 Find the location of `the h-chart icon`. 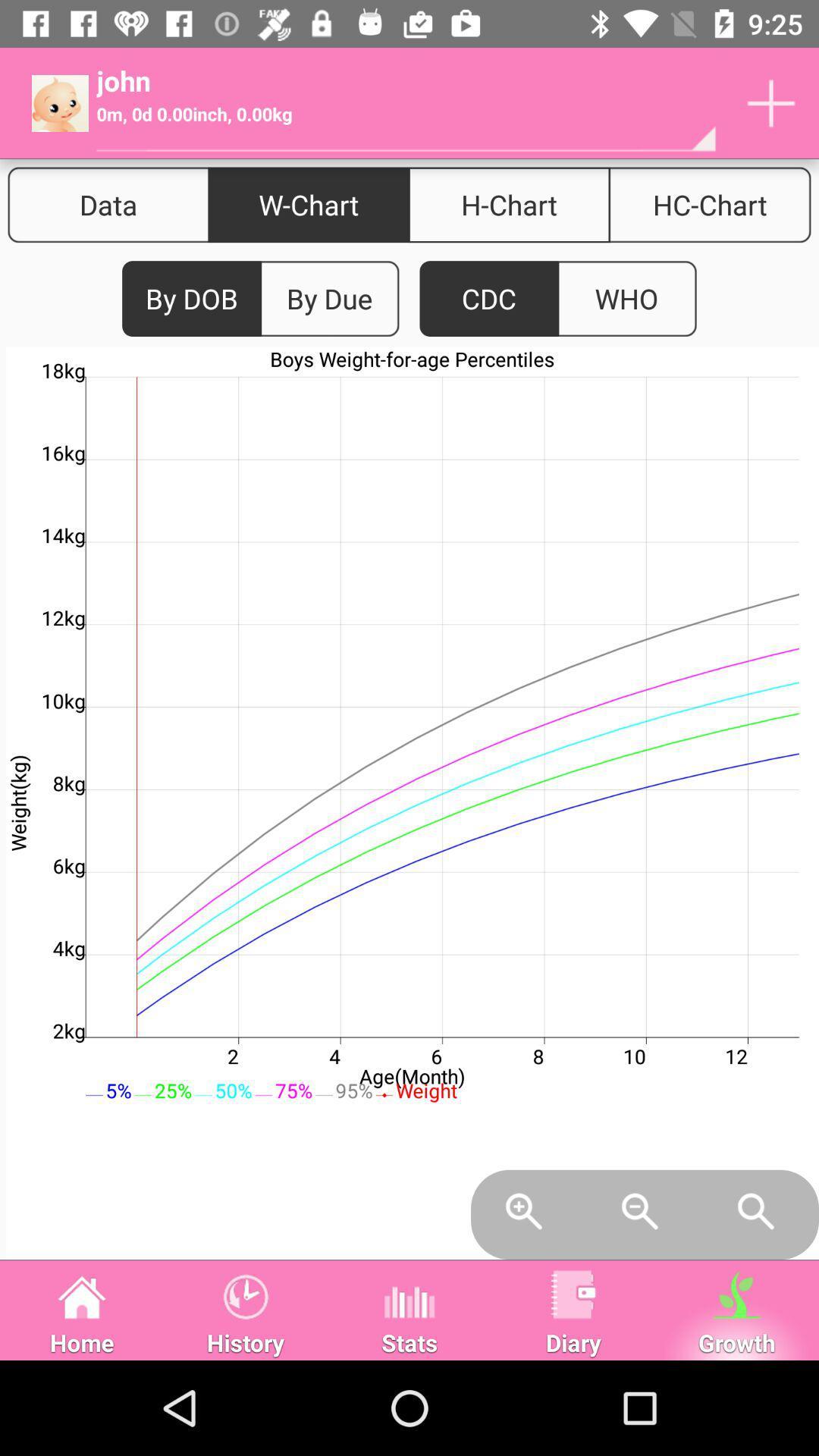

the h-chart icon is located at coordinates (509, 204).